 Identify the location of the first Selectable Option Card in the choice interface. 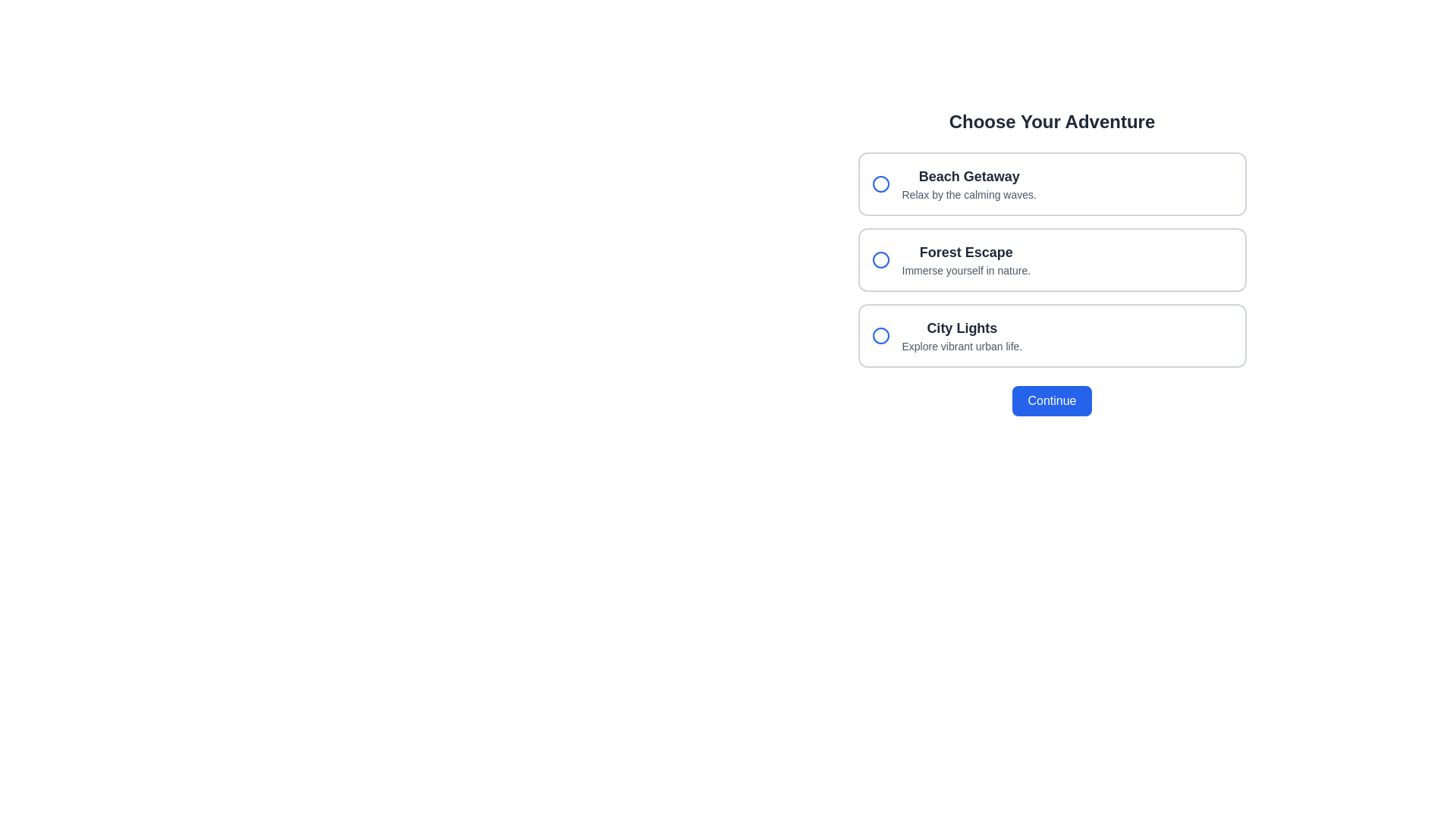
(1051, 184).